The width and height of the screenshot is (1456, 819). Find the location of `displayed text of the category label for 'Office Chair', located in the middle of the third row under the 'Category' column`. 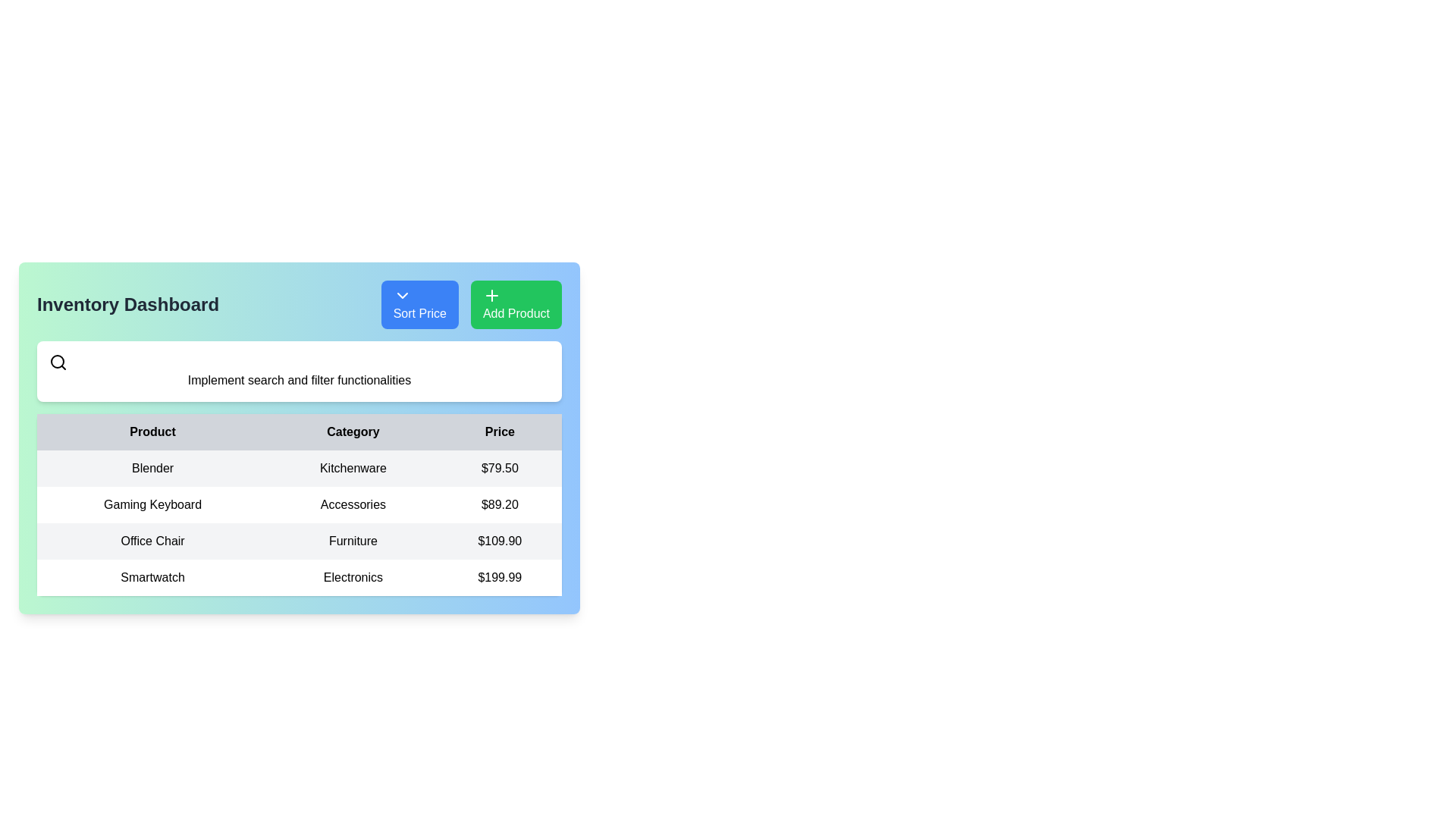

displayed text of the category label for 'Office Chair', located in the middle of the third row under the 'Category' column is located at coordinates (352, 540).